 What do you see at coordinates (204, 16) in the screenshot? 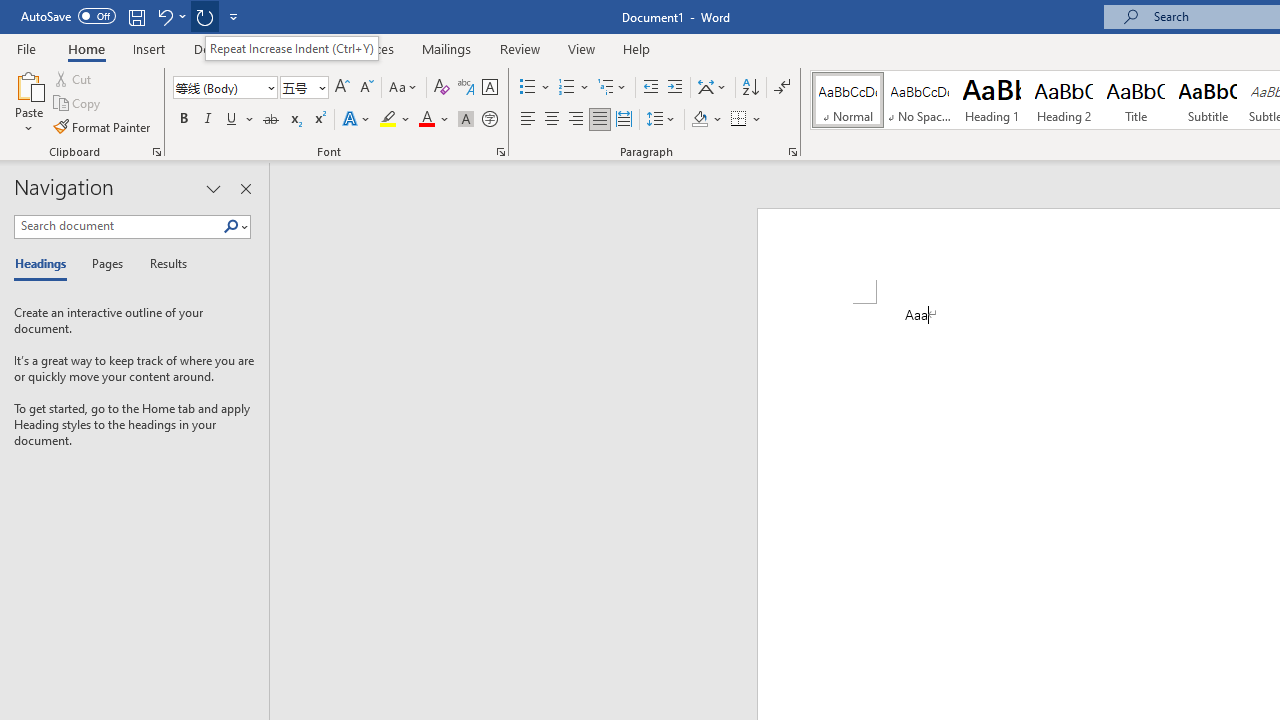
I see `'Repeat Increase Indent'` at bounding box center [204, 16].